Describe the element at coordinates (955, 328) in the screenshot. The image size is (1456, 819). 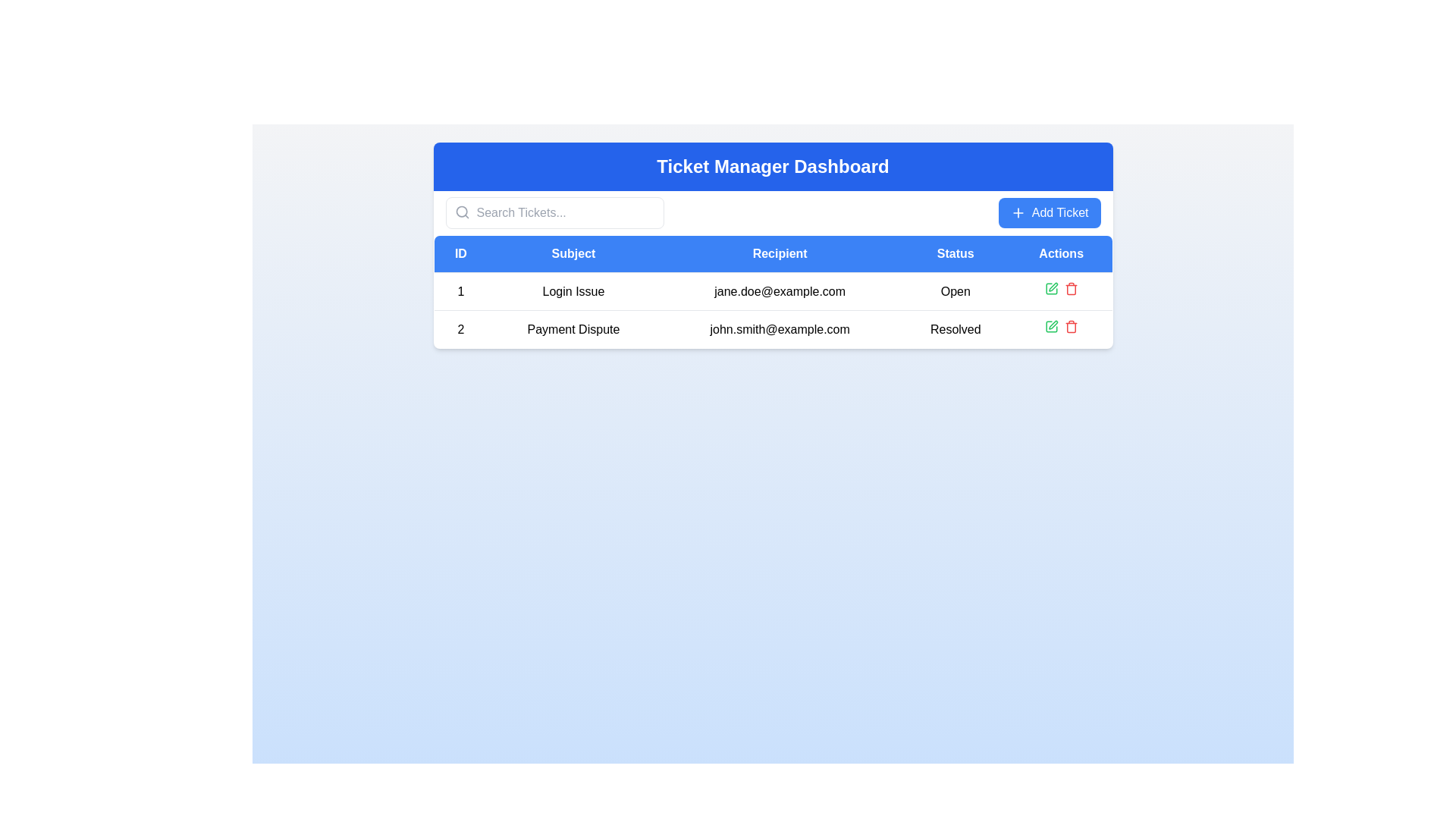
I see `the Text label indicating the resolution status for the entry corresponding to 'jane.doe@example.com', located in the fourth column of the second row` at that location.